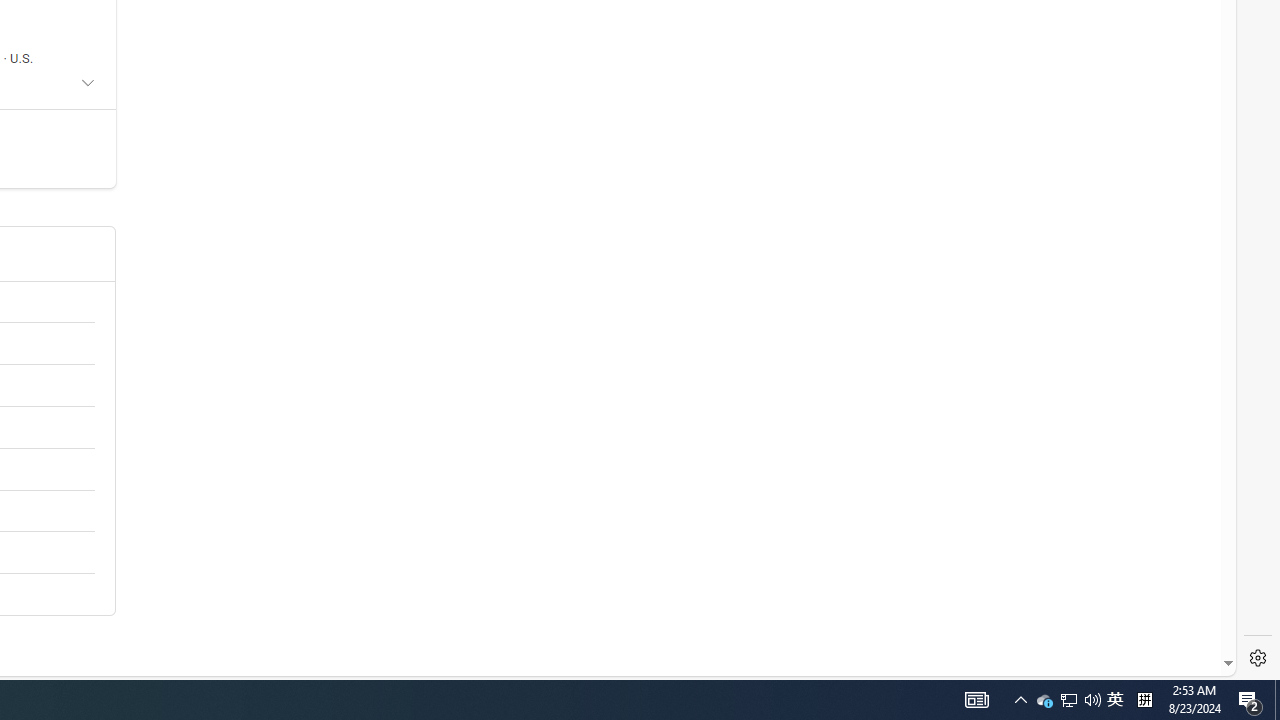  I want to click on 'AutomationID: mfa_root', so click(1153, 602).